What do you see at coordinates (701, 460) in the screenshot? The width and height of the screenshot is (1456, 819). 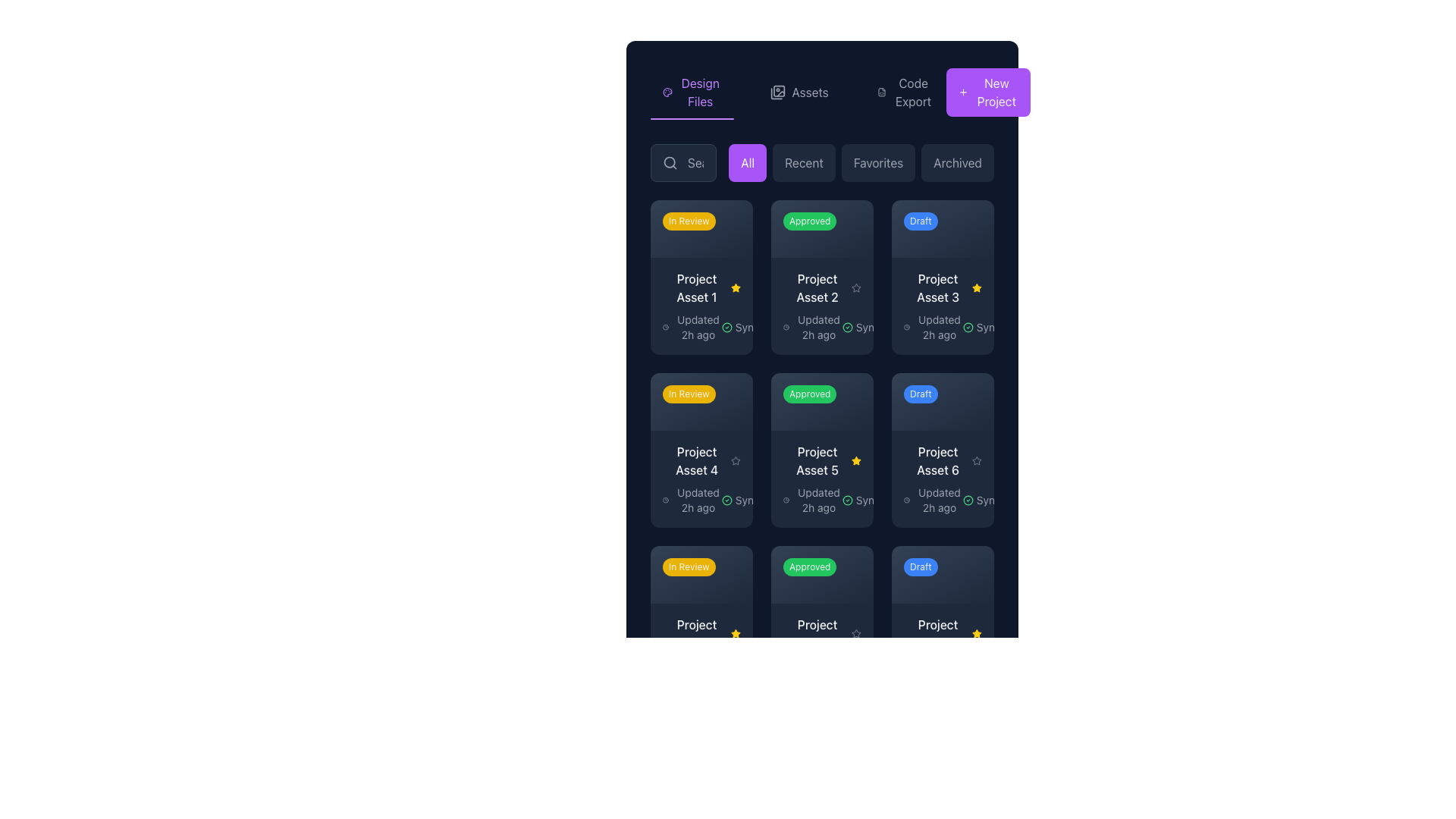 I see `the Text label in the card for 'Project Asset 4' located in the second row, first column of the grid layout` at bounding box center [701, 460].